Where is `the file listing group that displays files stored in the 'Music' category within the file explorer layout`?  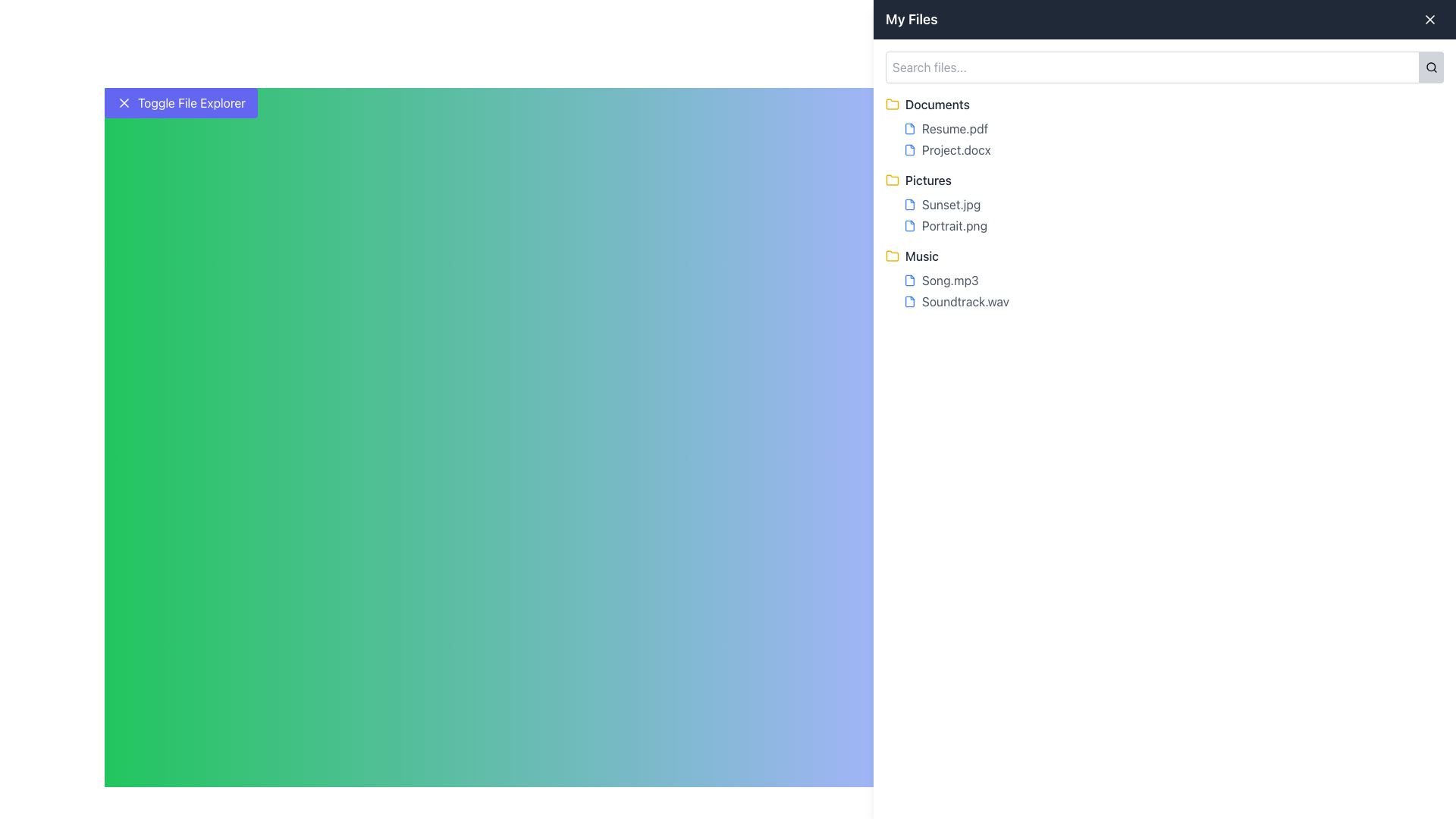 the file listing group that displays files stored in the 'Music' category within the file explorer layout is located at coordinates (1164, 278).